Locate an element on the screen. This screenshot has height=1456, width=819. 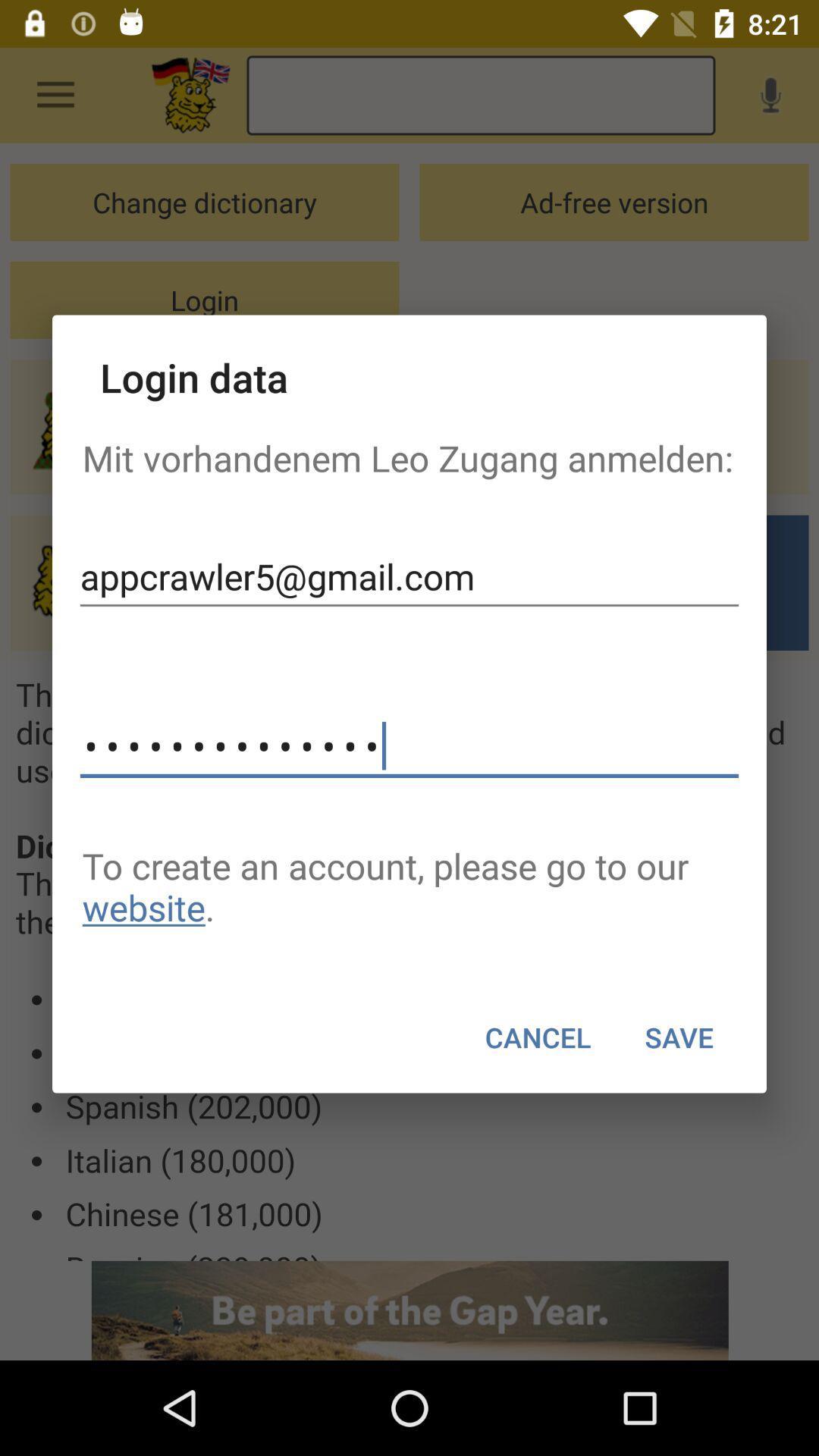
item to the right of cancel icon is located at coordinates (678, 1037).